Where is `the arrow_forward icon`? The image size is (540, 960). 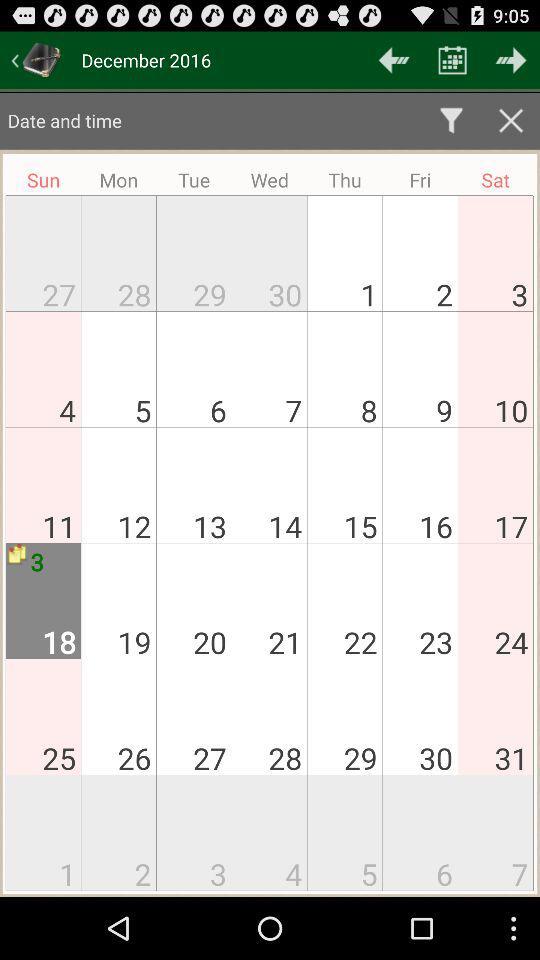
the arrow_forward icon is located at coordinates (511, 64).